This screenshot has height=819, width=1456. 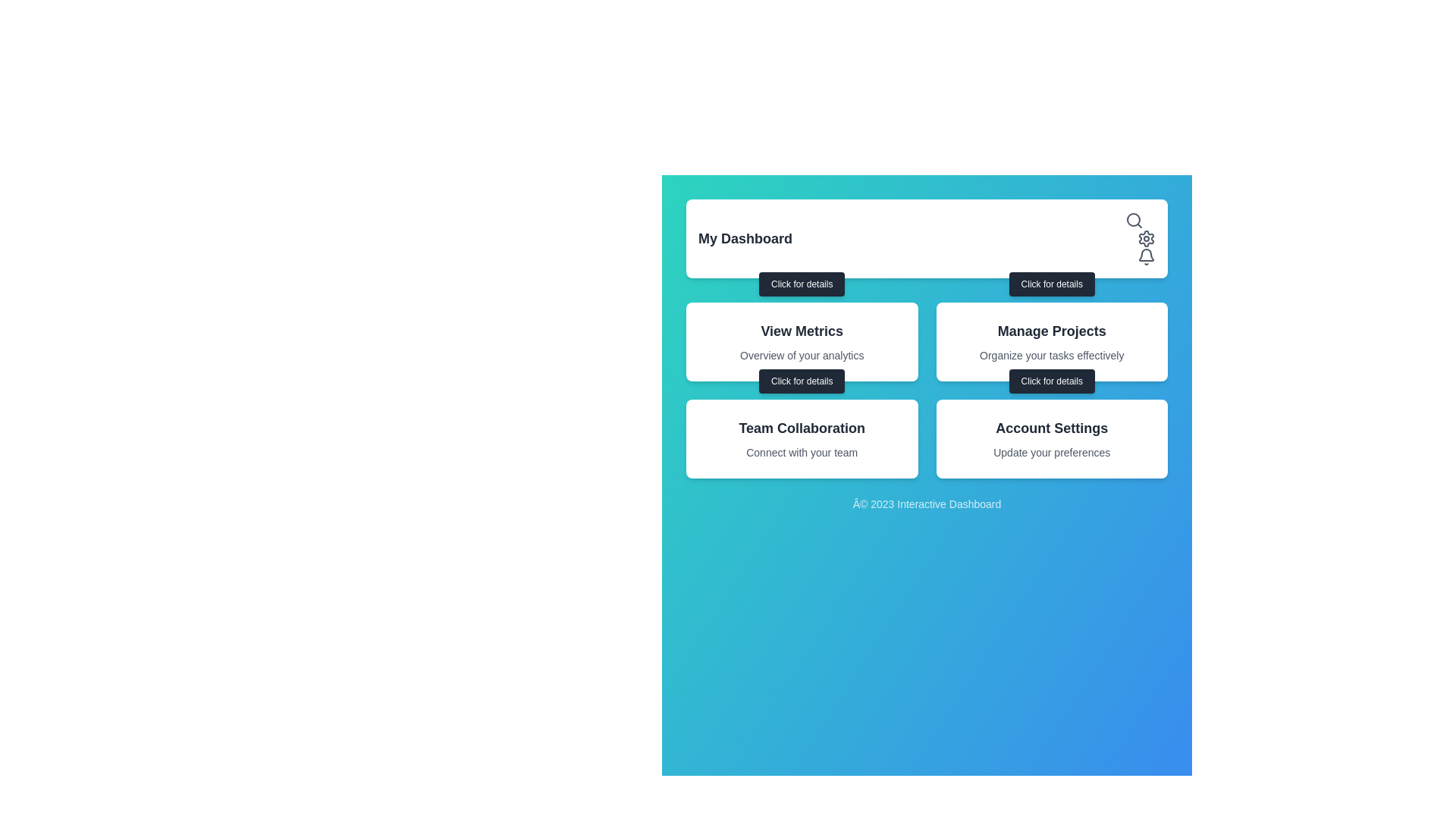 What do you see at coordinates (1134, 220) in the screenshot?
I see `the search icon located at the top-right corner of the interface` at bounding box center [1134, 220].